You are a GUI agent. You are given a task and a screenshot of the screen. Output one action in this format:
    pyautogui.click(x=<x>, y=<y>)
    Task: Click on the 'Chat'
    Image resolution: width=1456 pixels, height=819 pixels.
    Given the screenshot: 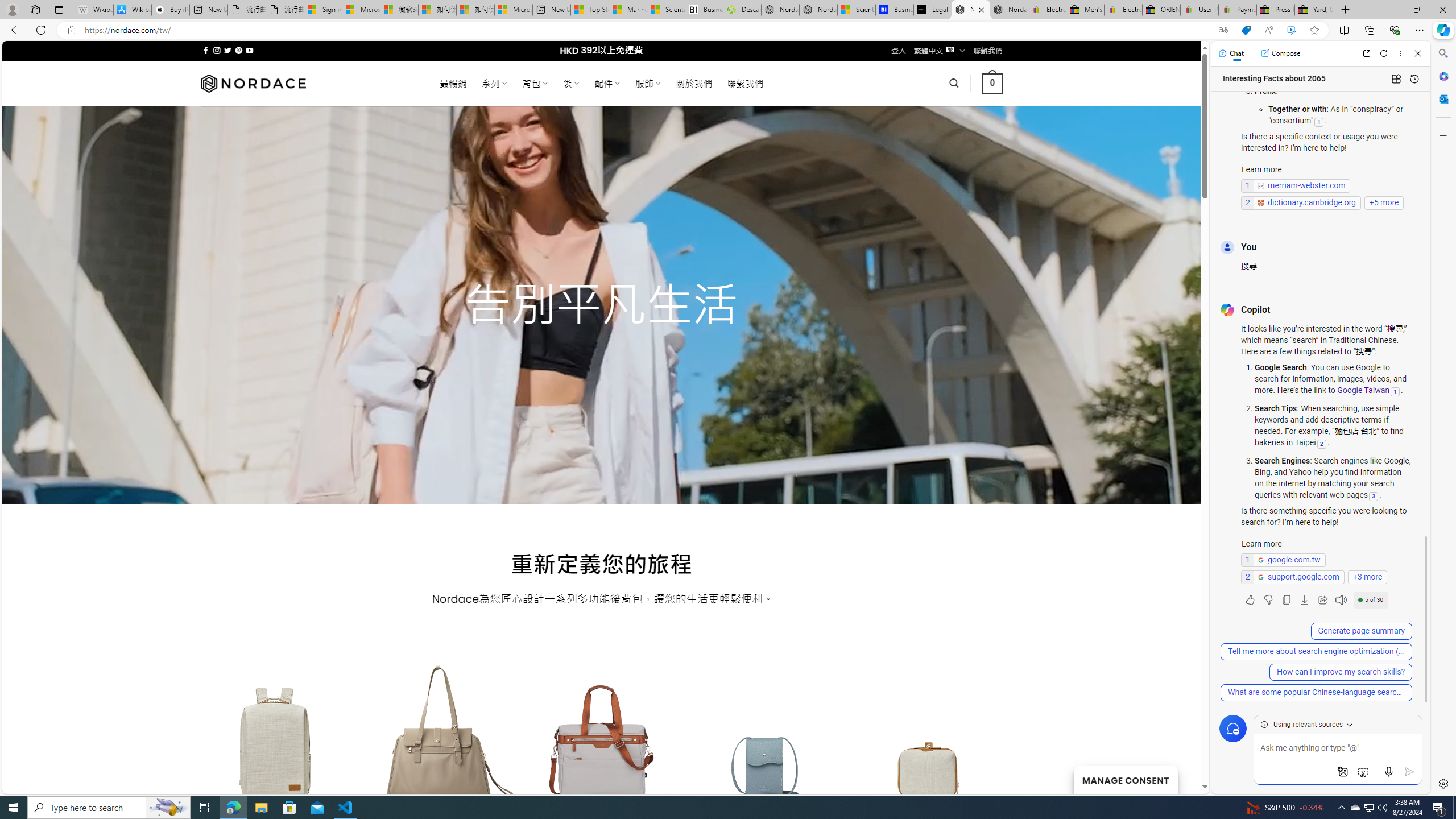 What is the action you would take?
    pyautogui.click(x=1231, y=52)
    